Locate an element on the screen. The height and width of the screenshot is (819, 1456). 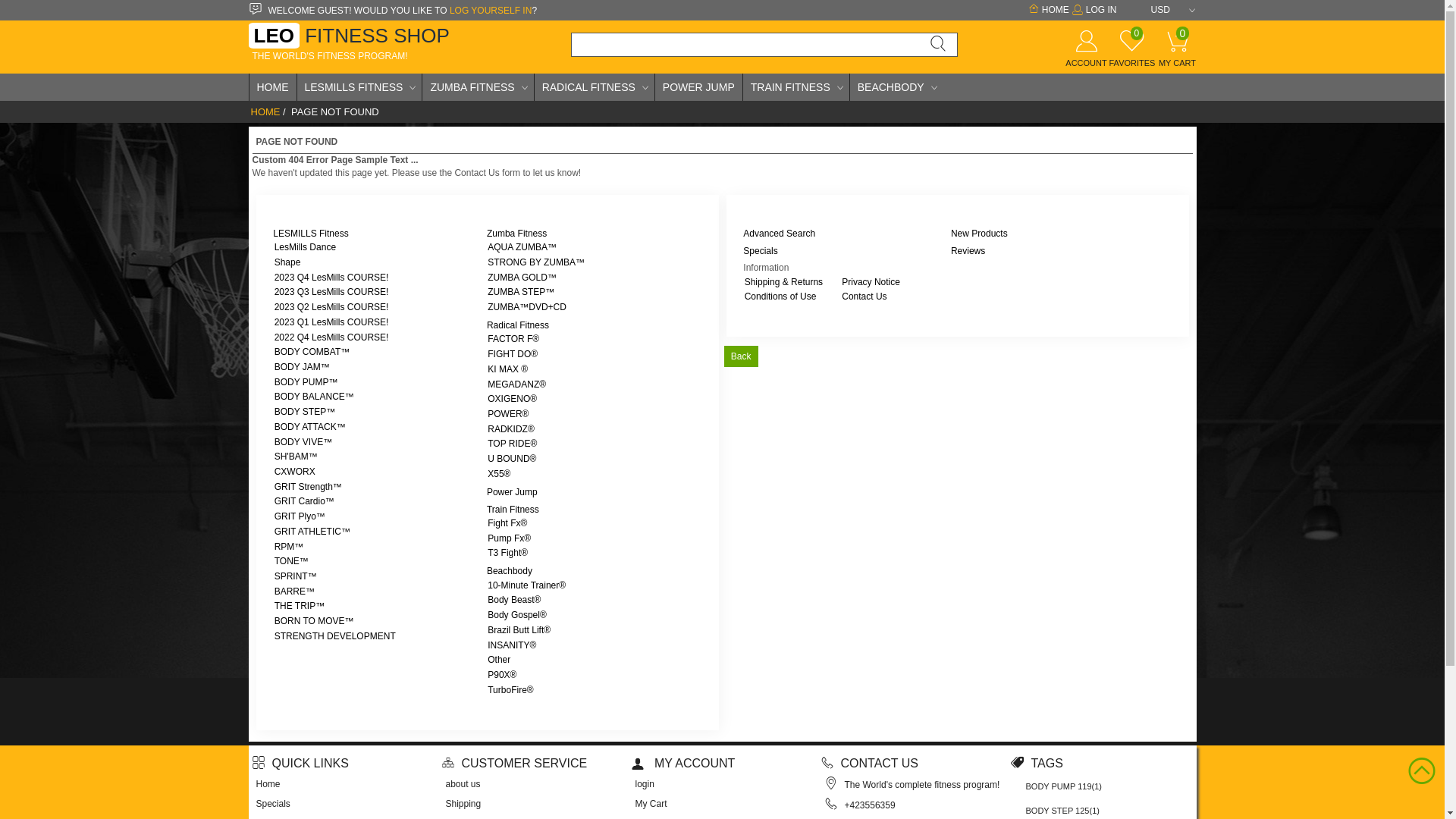
'HOME' is located at coordinates (265, 111).